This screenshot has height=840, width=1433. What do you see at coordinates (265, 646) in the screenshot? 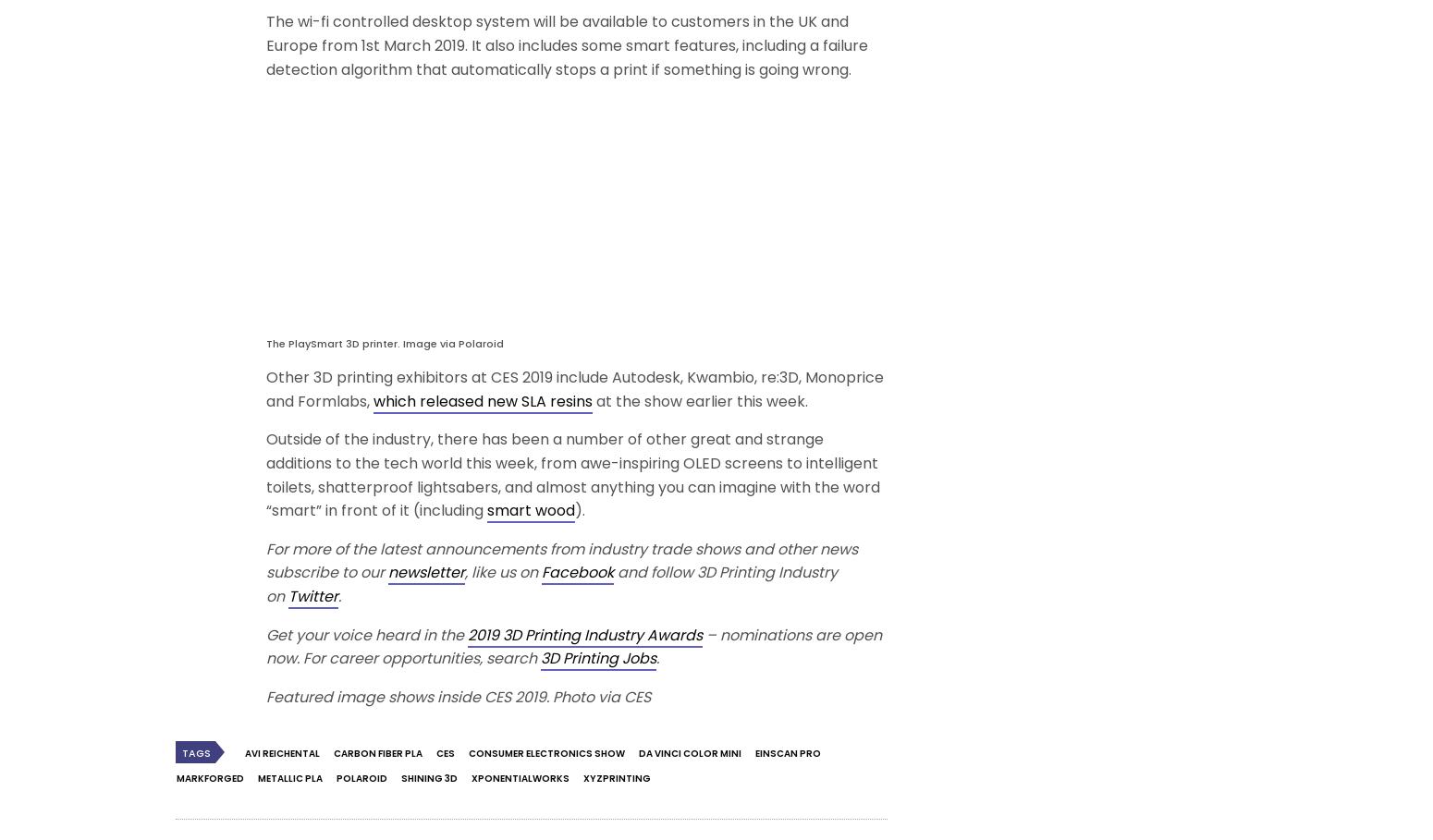
I see `'– nominations are open now.'` at bounding box center [265, 646].